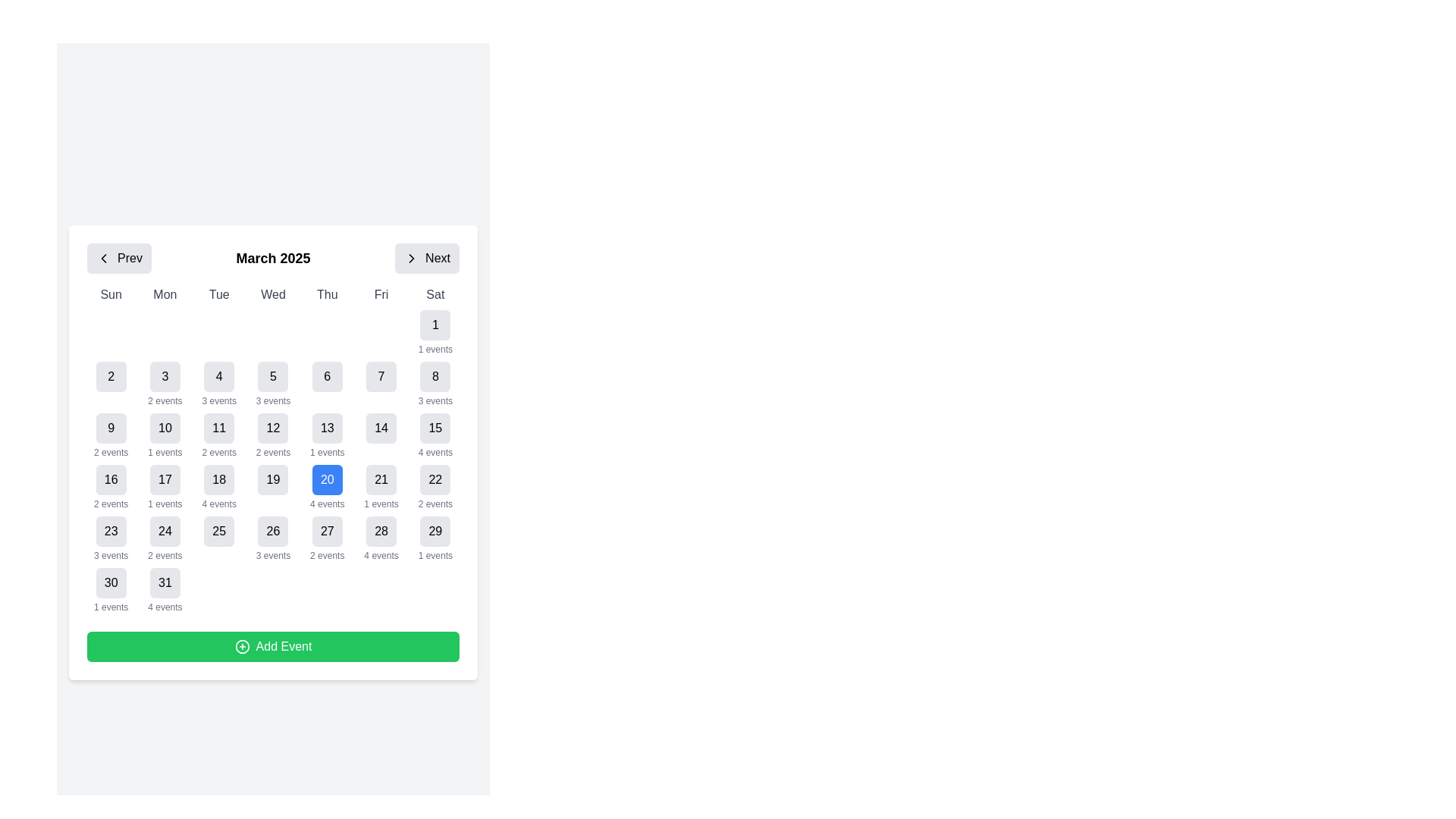  I want to click on the date selector button for March 28th in the calendar, so click(381, 531).